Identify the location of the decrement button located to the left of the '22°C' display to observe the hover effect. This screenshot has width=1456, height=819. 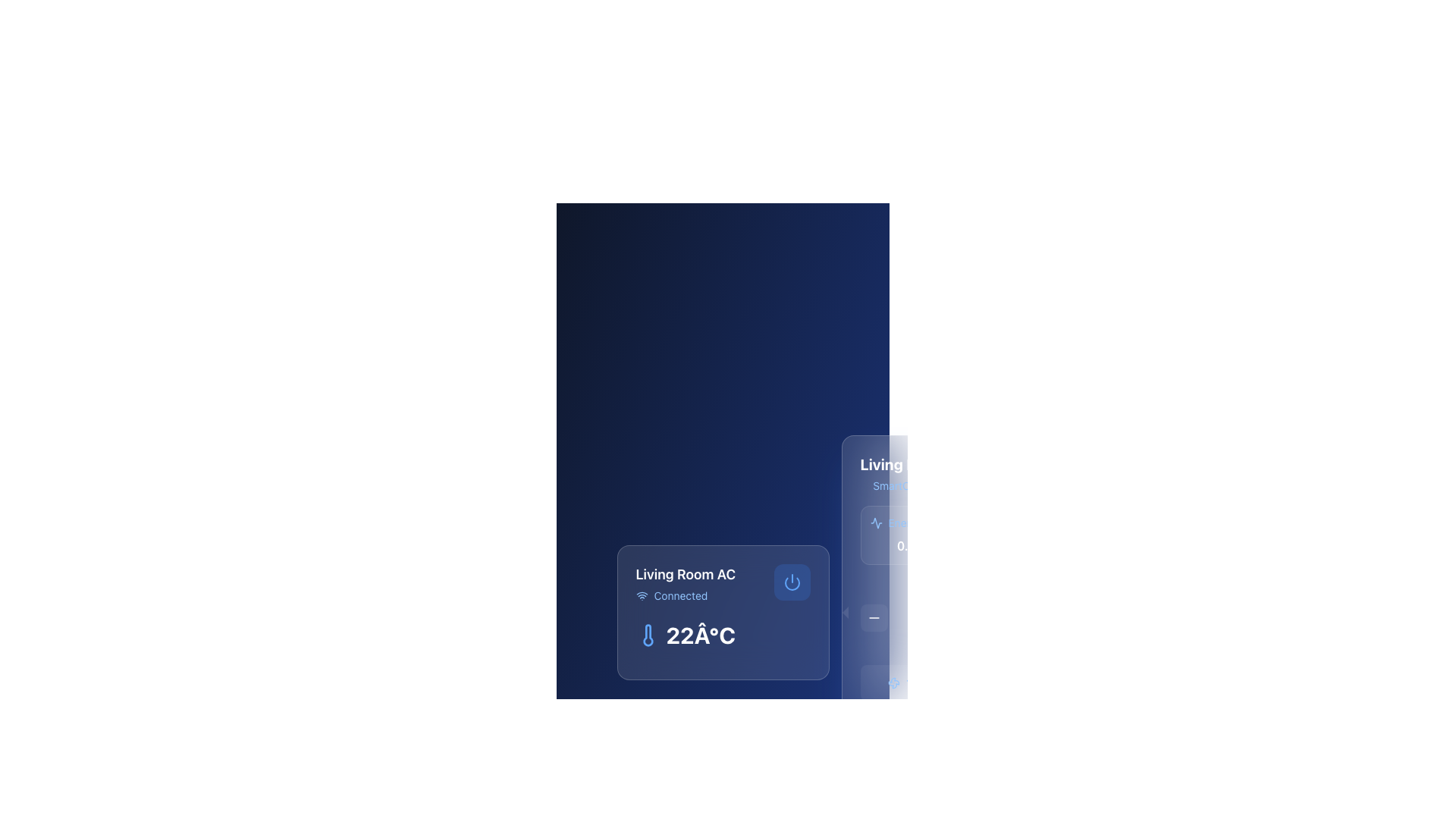
(874, 617).